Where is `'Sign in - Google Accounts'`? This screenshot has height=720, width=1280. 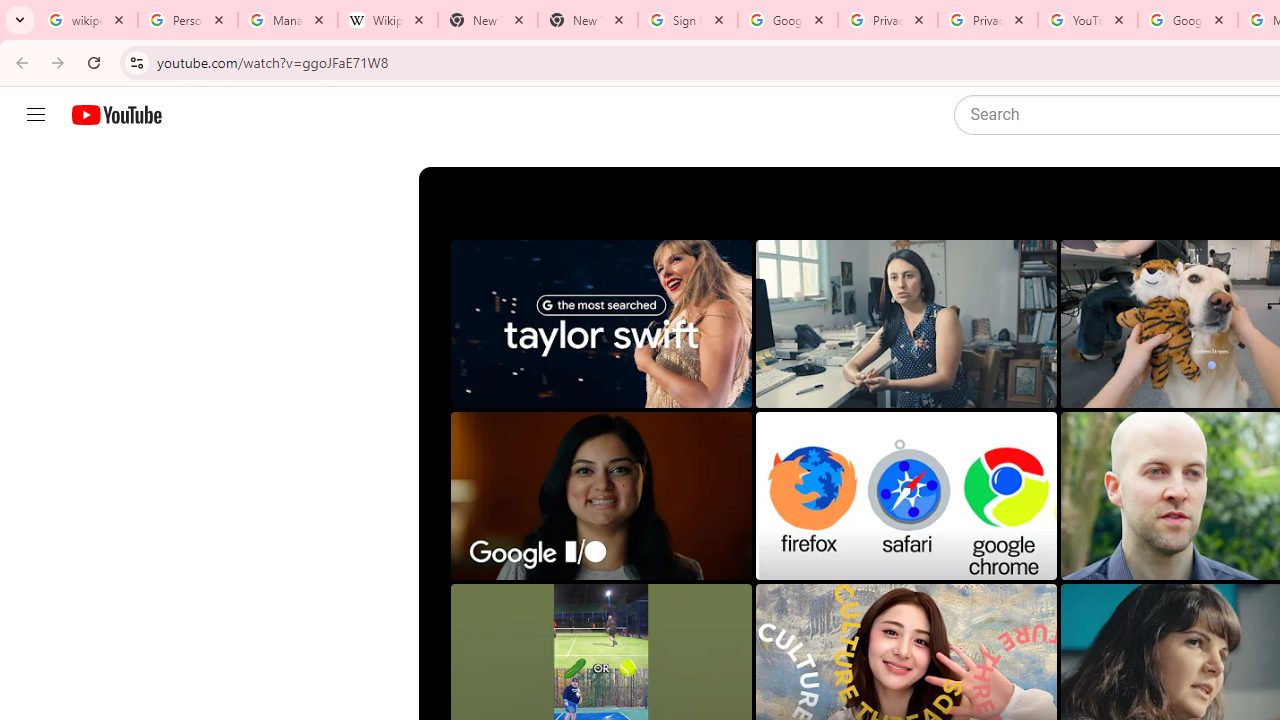 'Sign in - Google Accounts' is located at coordinates (688, 20).